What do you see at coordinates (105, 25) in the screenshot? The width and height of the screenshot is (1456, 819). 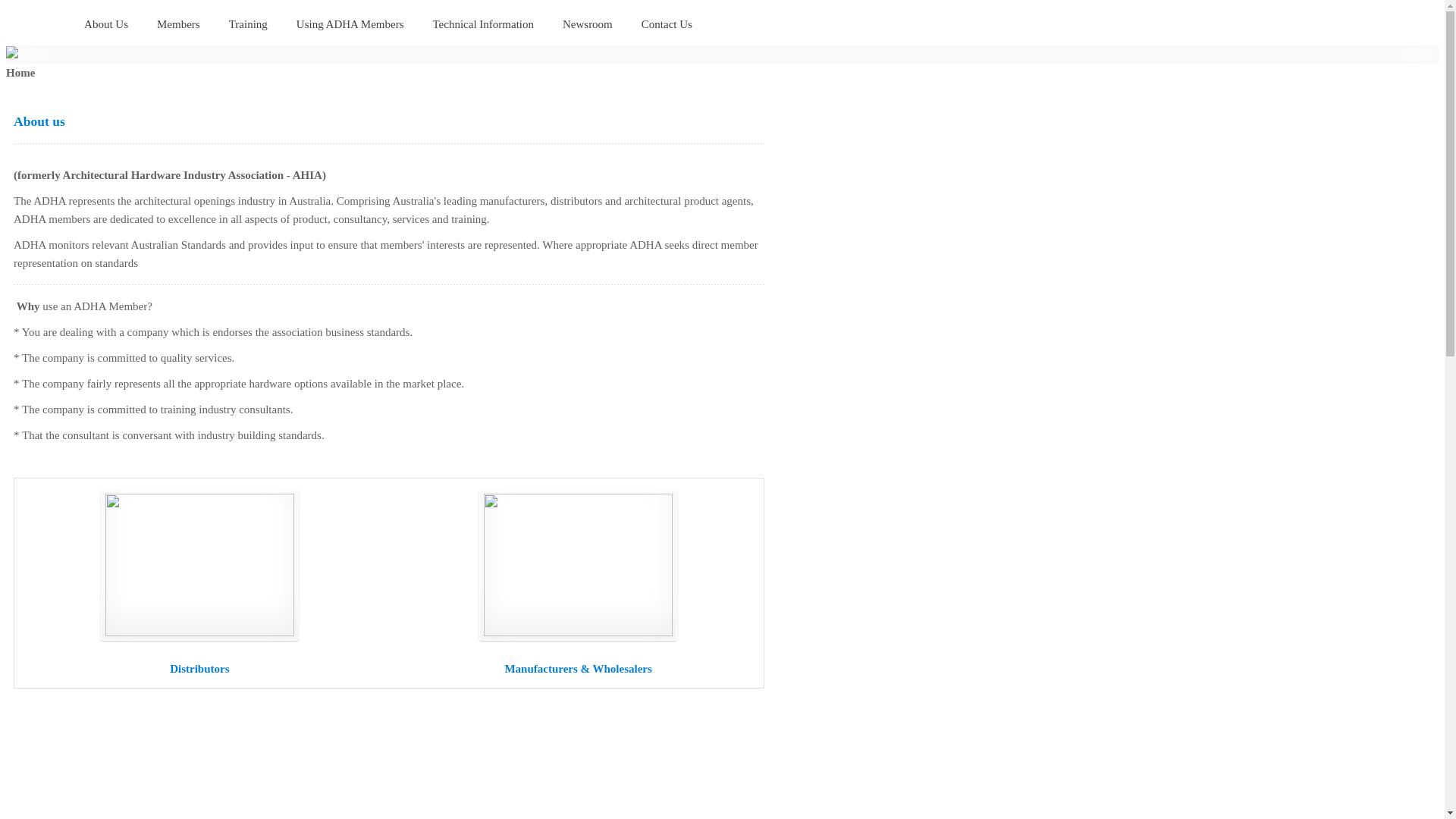 I see `'About Us'` at bounding box center [105, 25].